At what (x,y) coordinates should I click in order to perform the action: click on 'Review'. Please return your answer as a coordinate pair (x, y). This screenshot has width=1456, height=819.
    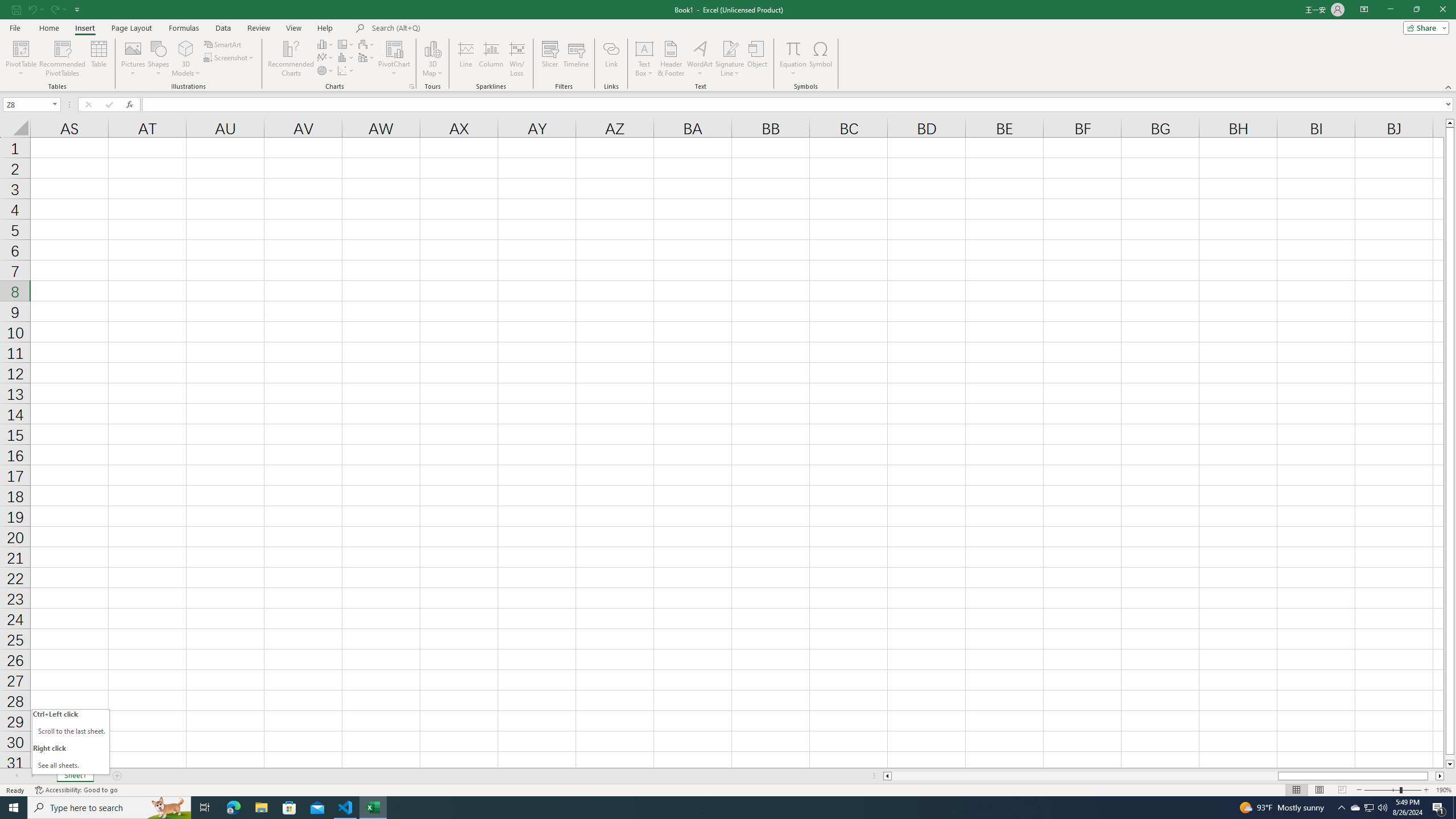
    Looking at the image, I should click on (258, 28).